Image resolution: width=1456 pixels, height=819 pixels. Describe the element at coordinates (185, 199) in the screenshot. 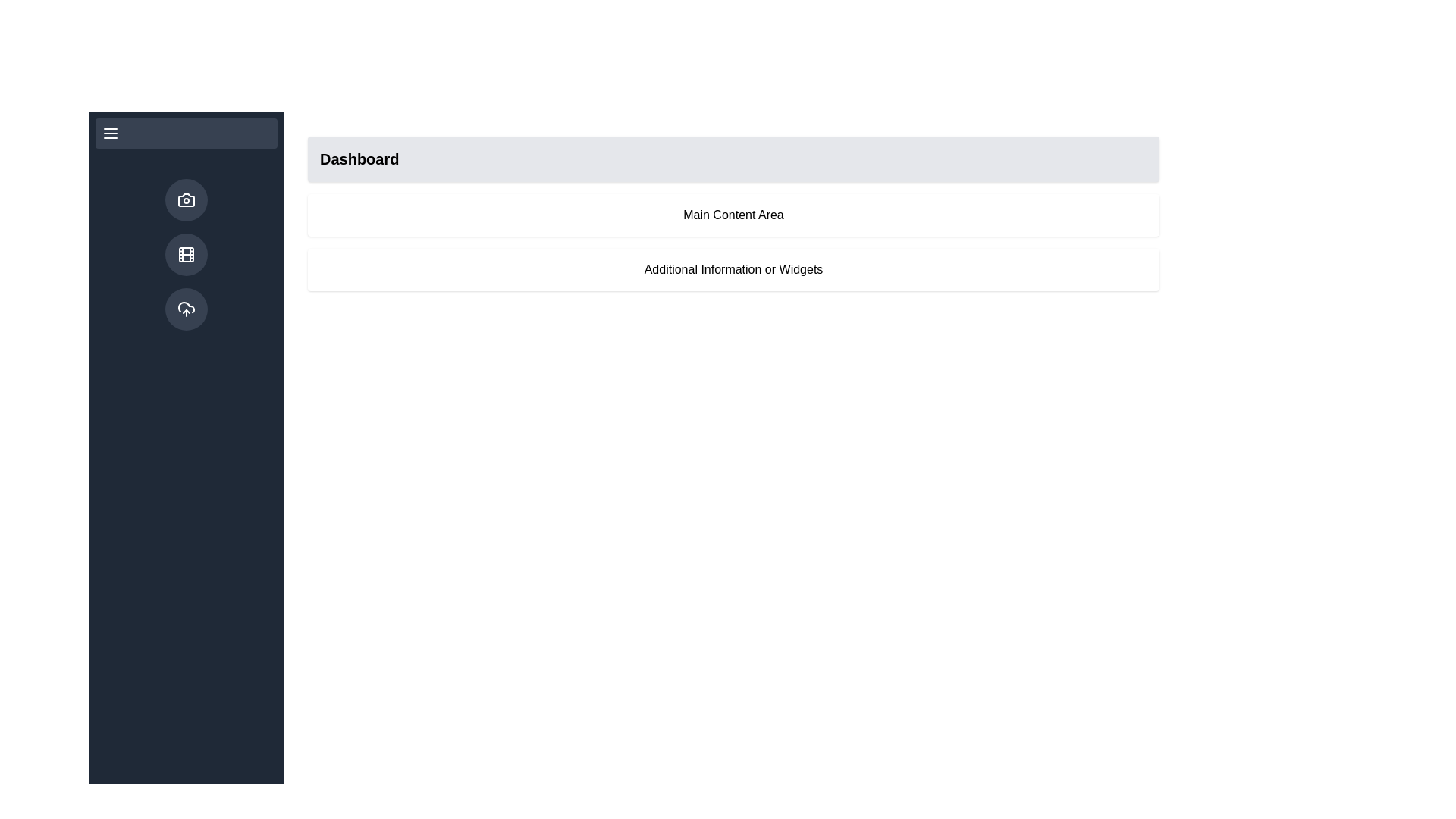

I see `the camera icon located centrally within the circular button on the vertical navigation bar, which is the first icon from the top among other similar button icons` at that location.